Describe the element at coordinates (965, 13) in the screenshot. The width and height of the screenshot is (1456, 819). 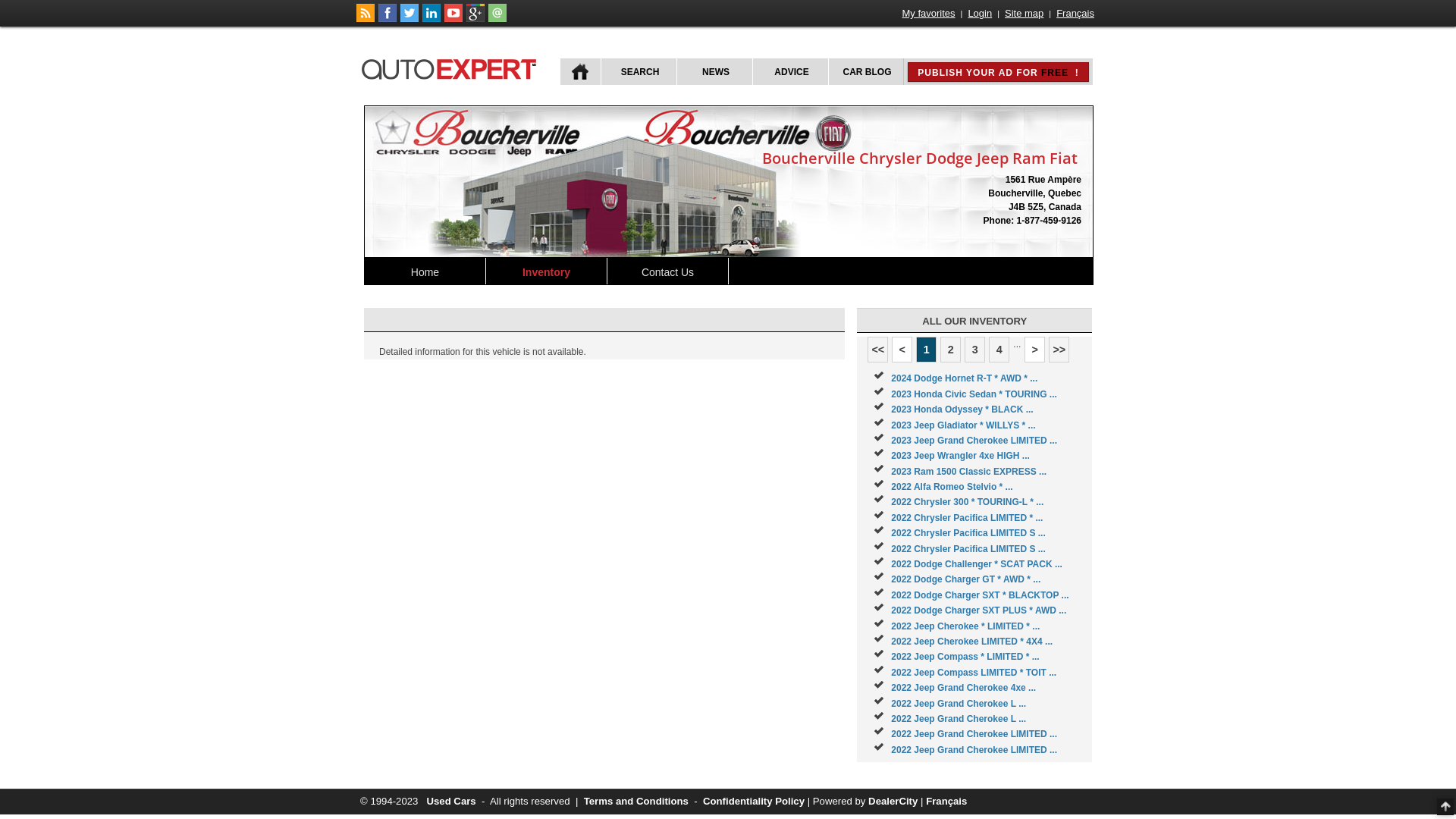
I see `'Login'` at that location.